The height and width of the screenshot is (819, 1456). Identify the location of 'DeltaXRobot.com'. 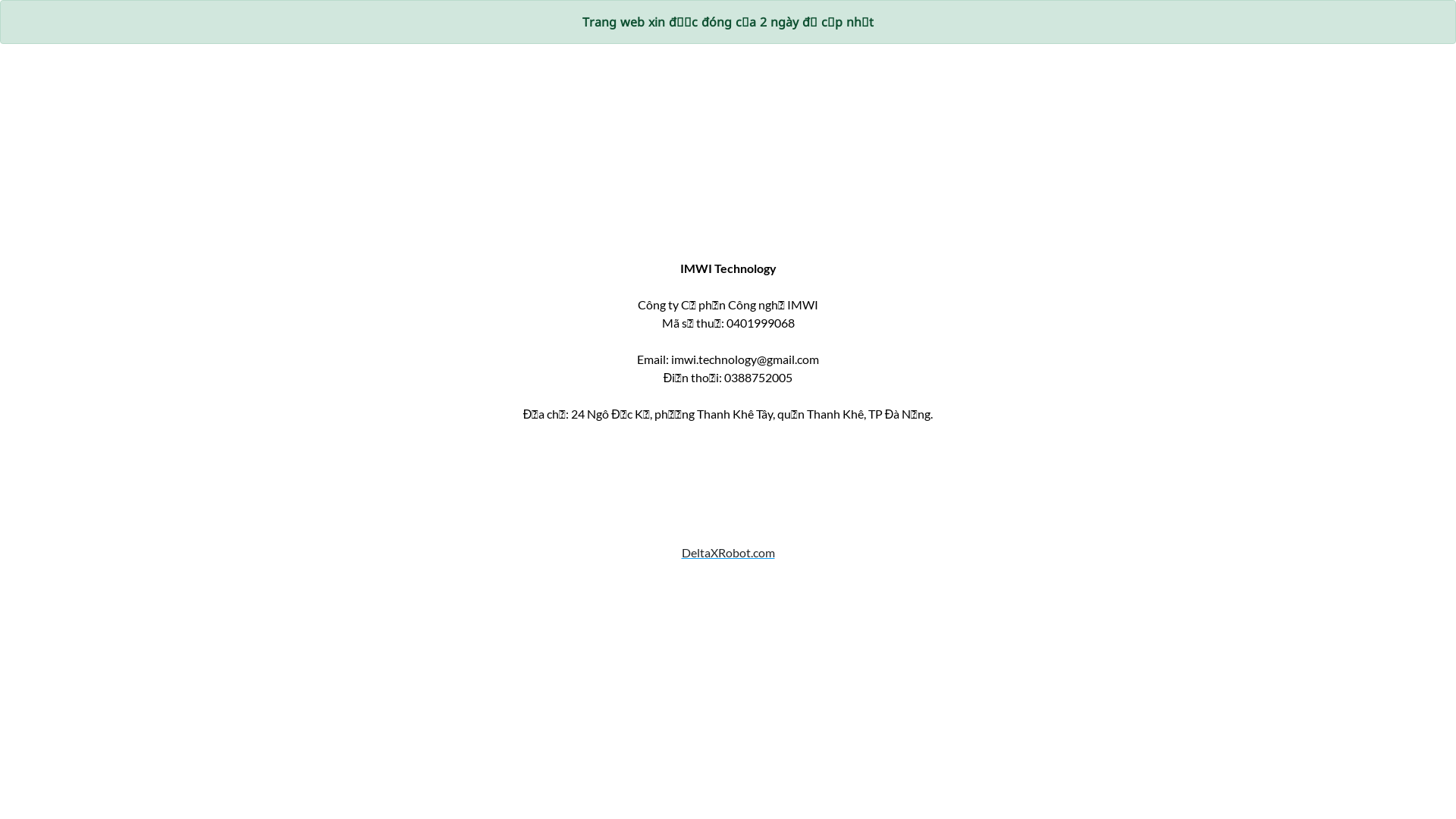
(726, 570).